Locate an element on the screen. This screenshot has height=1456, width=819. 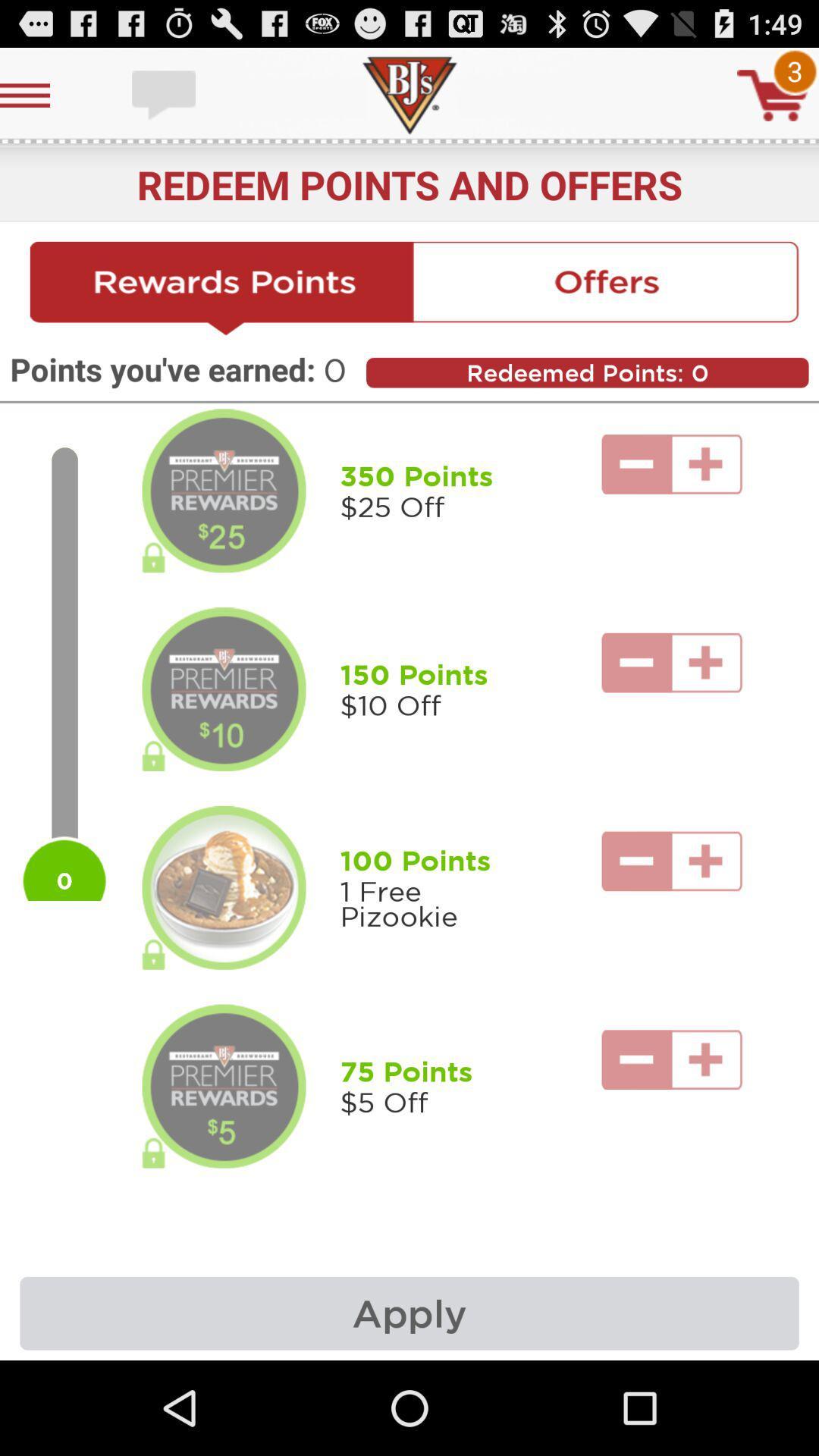
button for item page is located at coordinates (224, 888).